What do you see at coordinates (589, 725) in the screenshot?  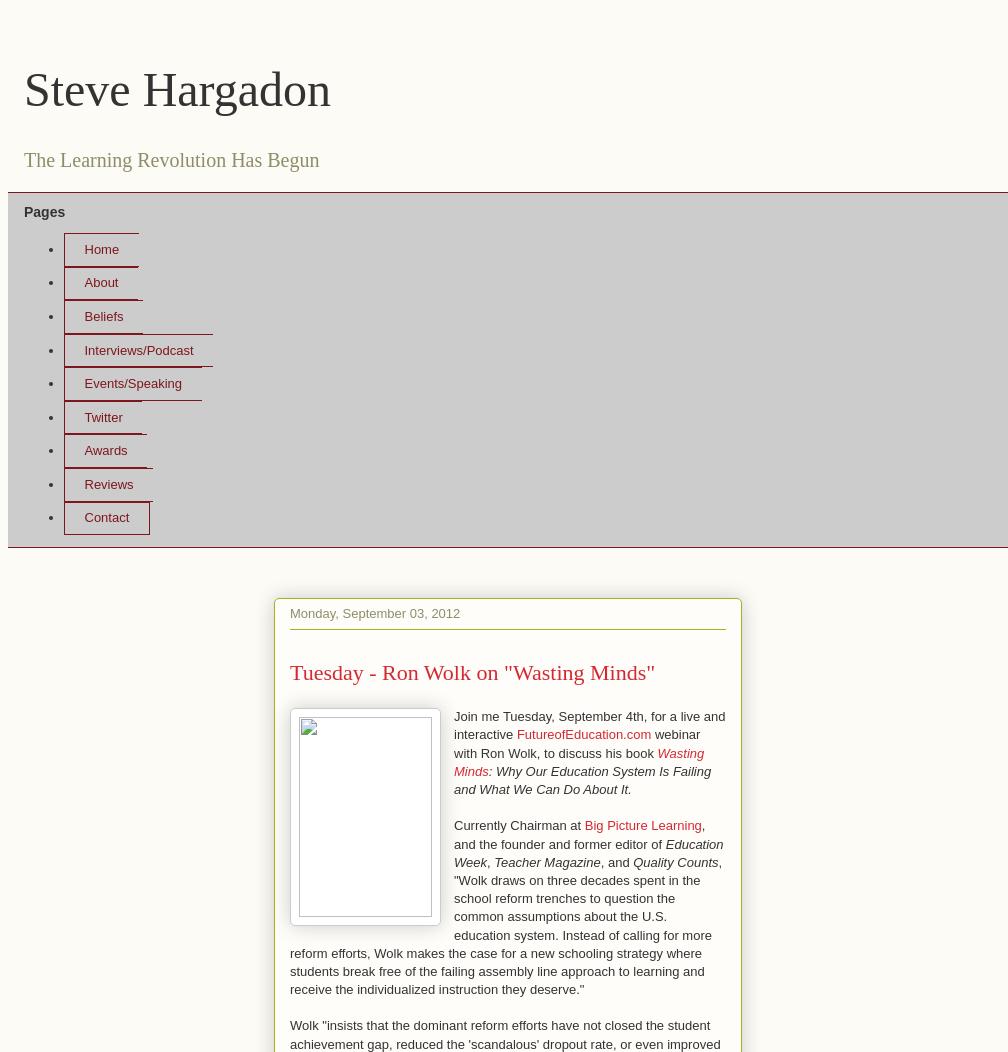 I see `'Join me Tuesday, September 4th, for a live and interactive'` at bounding box center [589, 725].